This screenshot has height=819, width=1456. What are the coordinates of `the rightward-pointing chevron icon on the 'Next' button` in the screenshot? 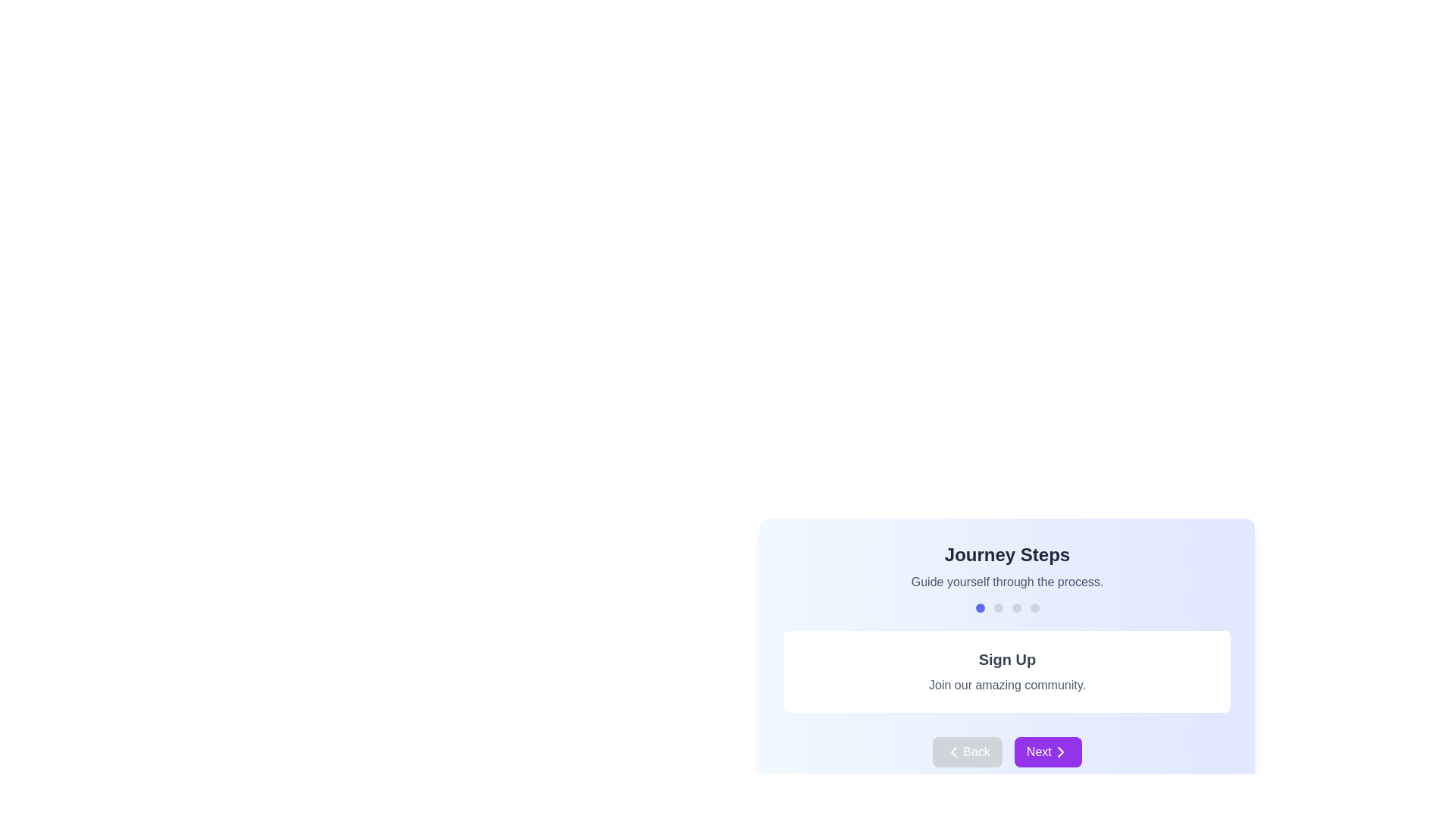 It's located at (1059, 752).